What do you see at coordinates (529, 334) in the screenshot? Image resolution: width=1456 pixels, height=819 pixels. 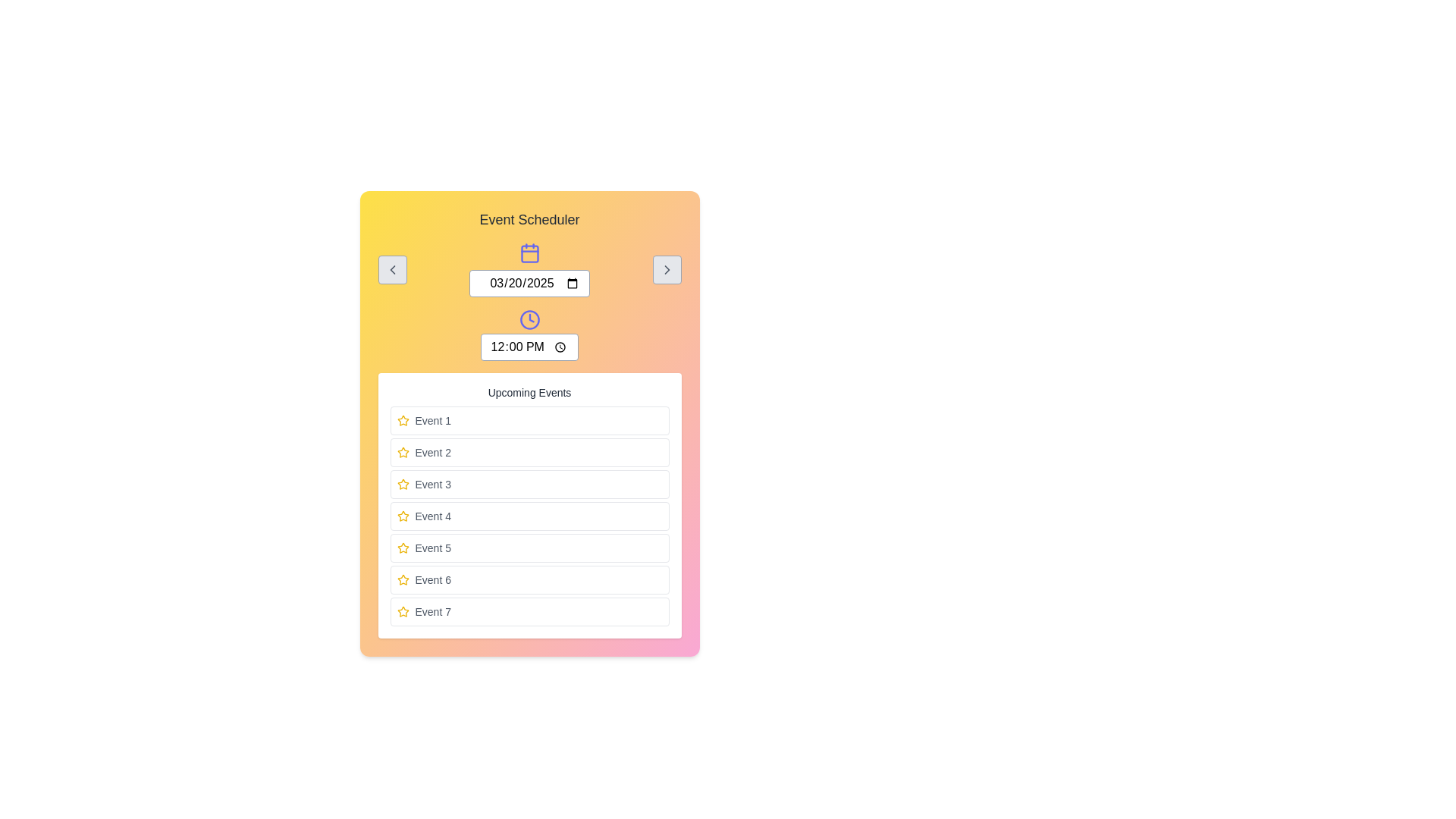 I see `the time input box located centrally within the 'Event Scheduler' card` at bounding box center [529, 334].